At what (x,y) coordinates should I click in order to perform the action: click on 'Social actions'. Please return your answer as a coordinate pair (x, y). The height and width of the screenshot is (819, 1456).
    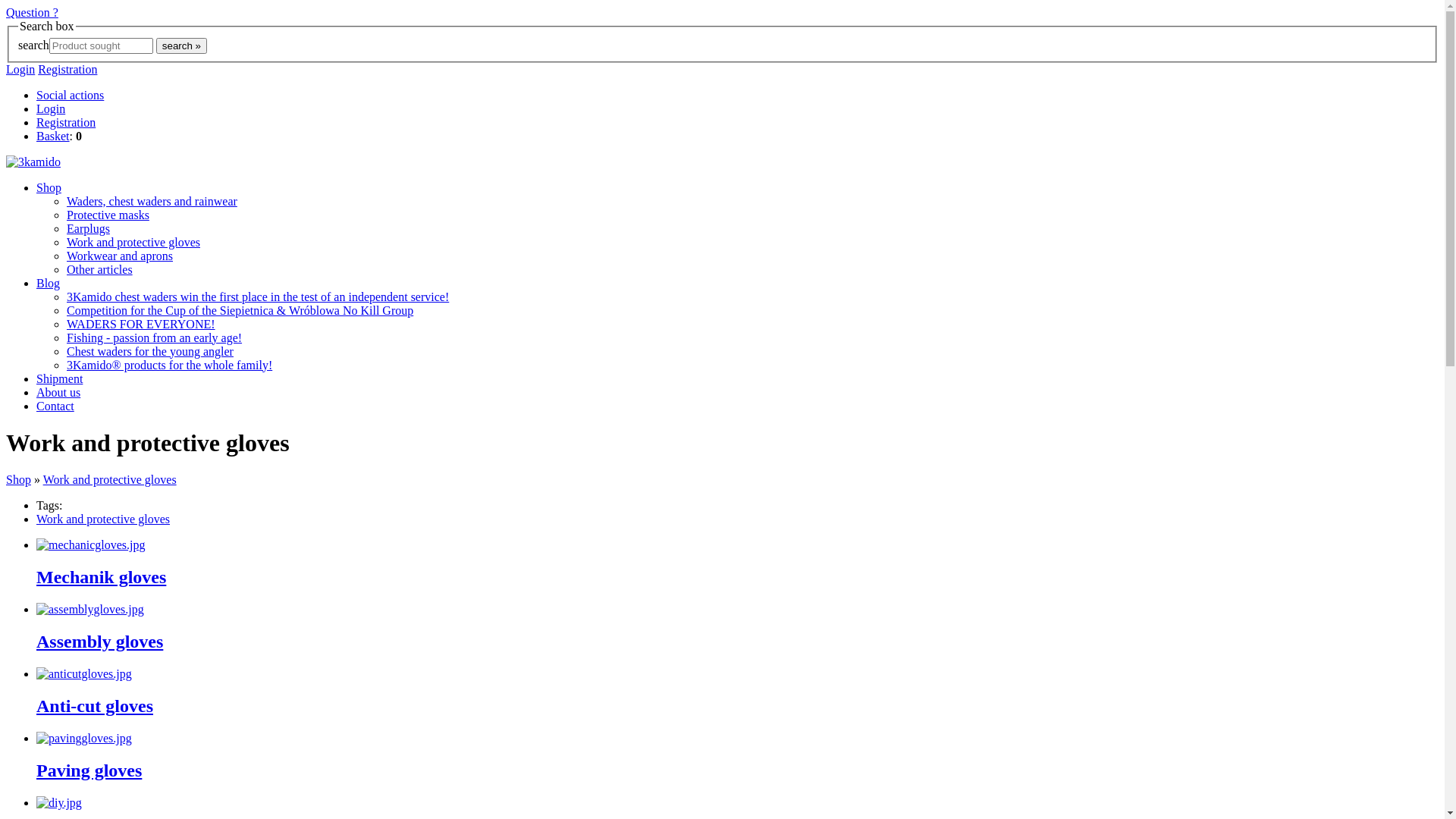
    Looking at the image, I should click on (69, 95).